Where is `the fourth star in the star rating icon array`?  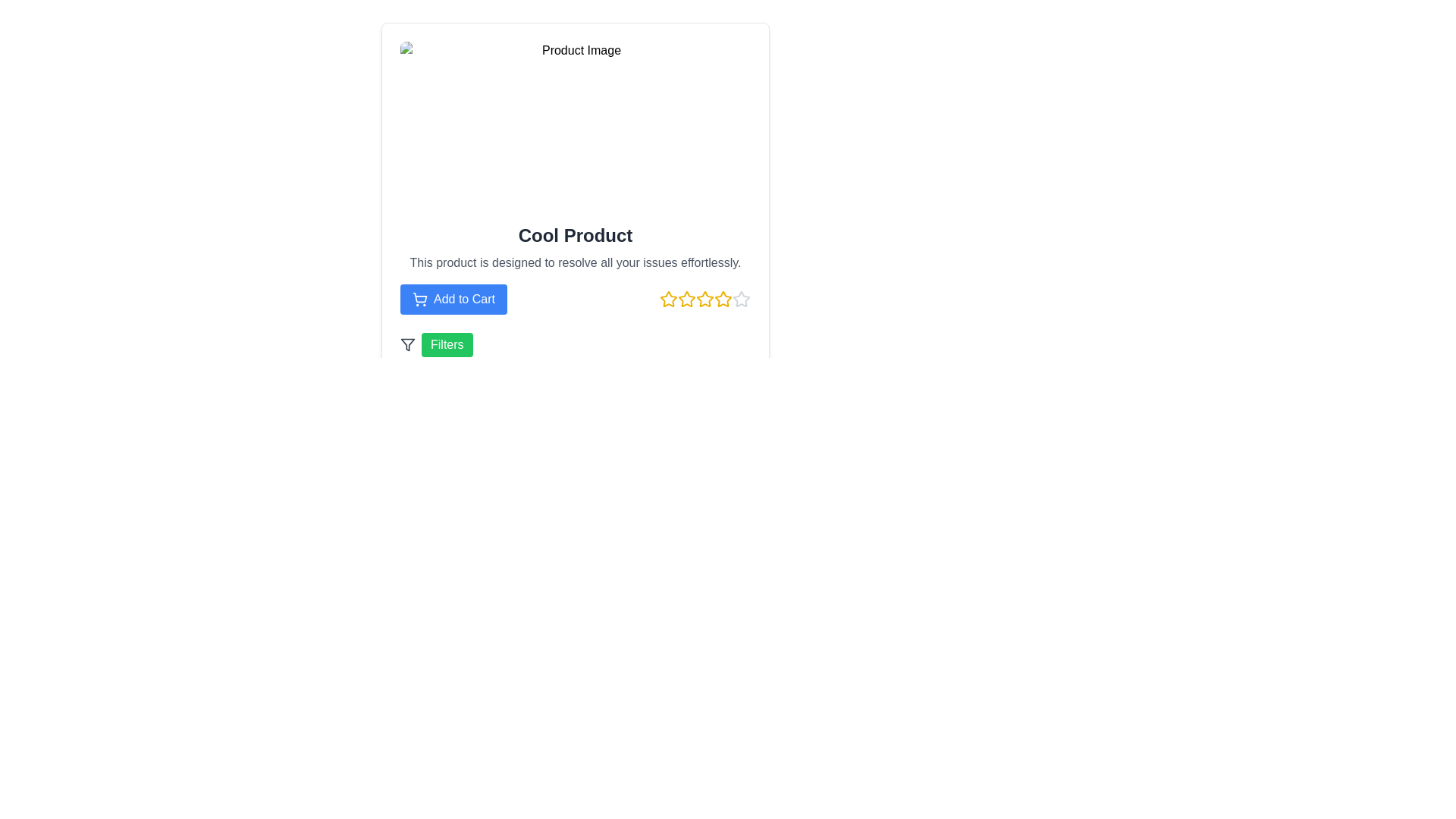
the fourth star in the star rating icon array is located at coordinates (723, 299).